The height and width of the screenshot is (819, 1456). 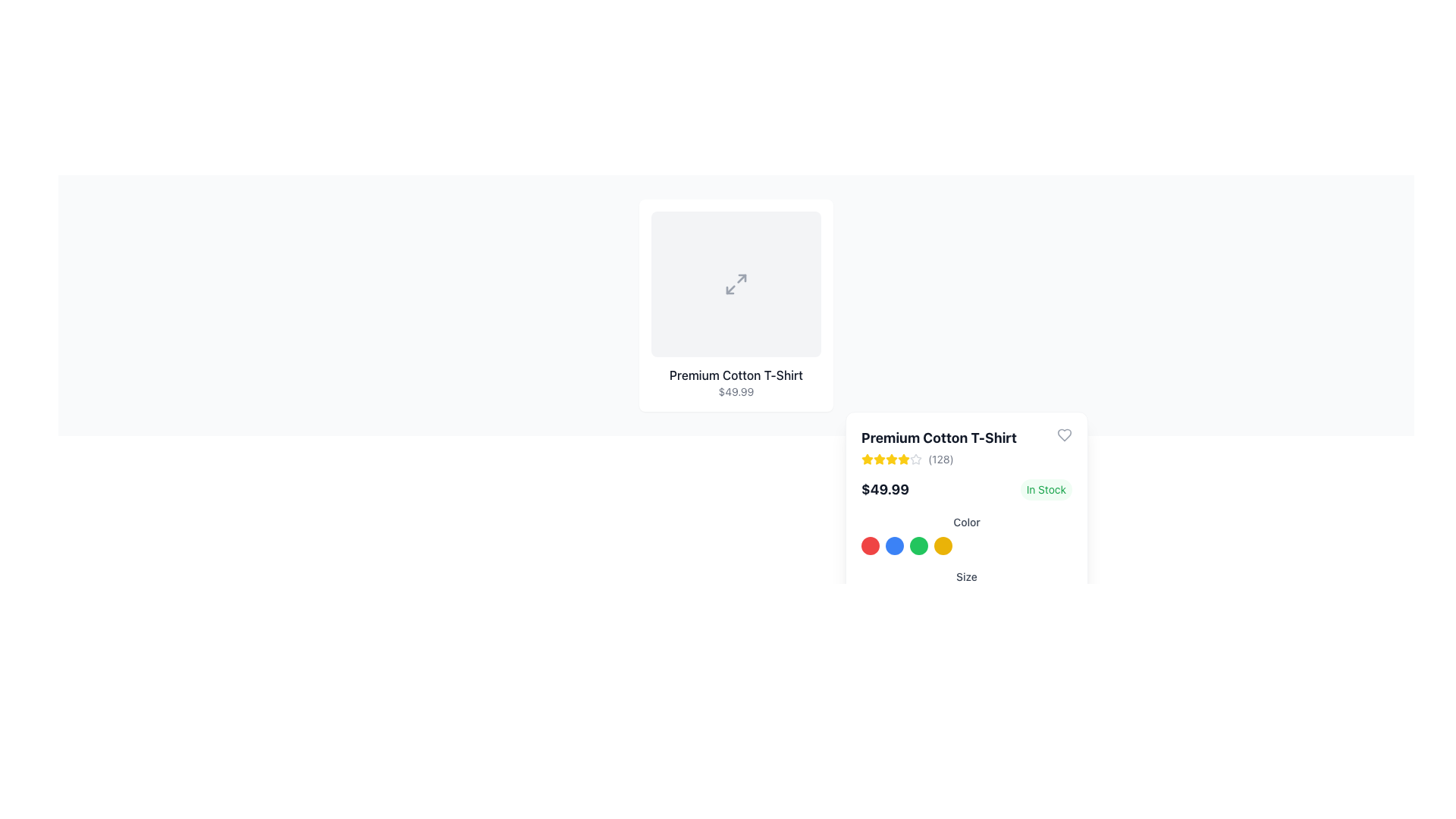 What do you see at coordinates (885, 489) in the screenshot?
I see `bold text label displaying the price '$49.99' located in the pricing section of the product card, next to the 'In Stock' label` at bounding box center [885, 489].